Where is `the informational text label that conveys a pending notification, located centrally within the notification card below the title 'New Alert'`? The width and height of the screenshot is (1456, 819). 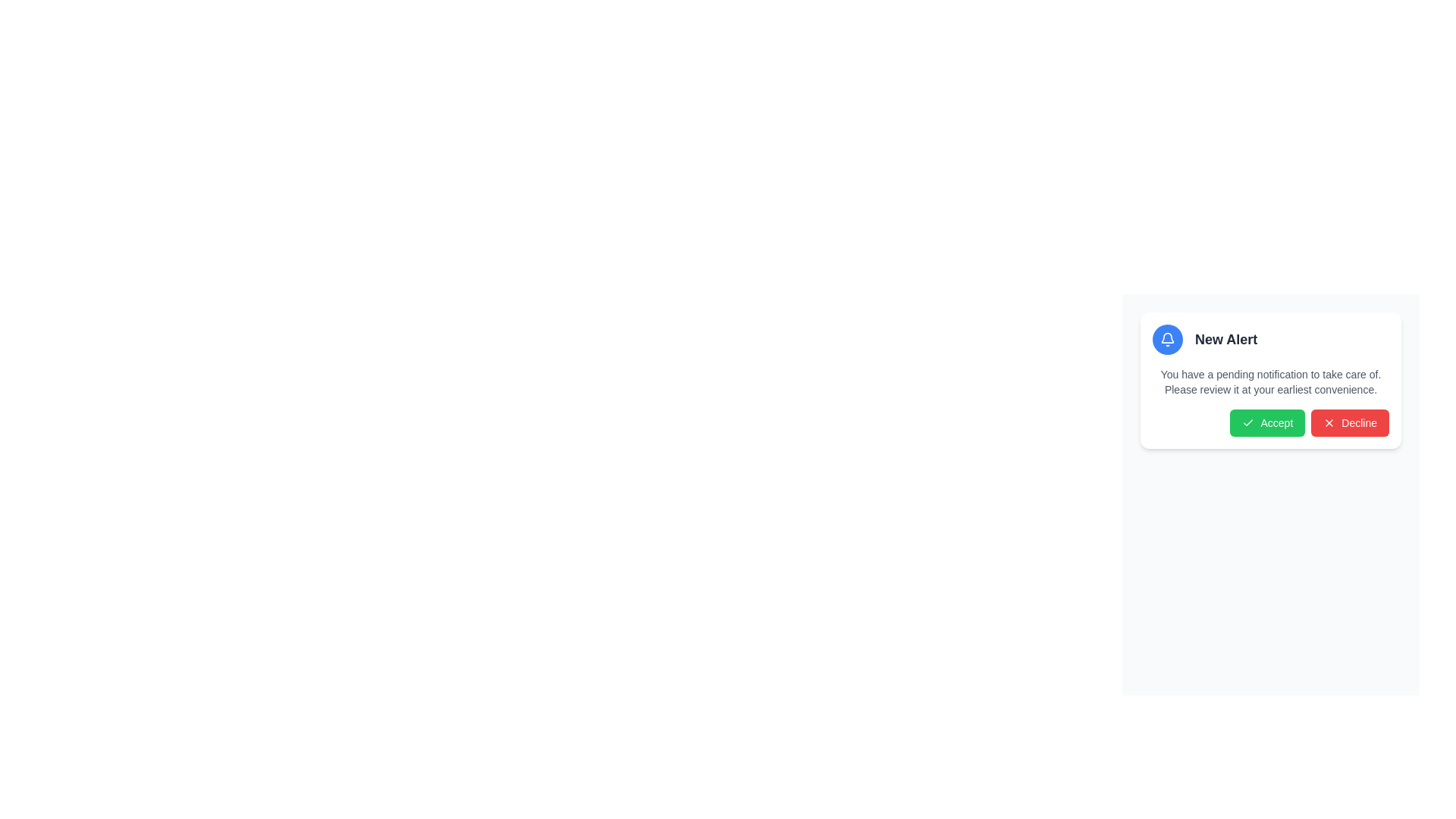 the informational text label that conveys a pending notification, located centrally within the notification card below the title 'New Alert' is located at coordinates (1270, 381).